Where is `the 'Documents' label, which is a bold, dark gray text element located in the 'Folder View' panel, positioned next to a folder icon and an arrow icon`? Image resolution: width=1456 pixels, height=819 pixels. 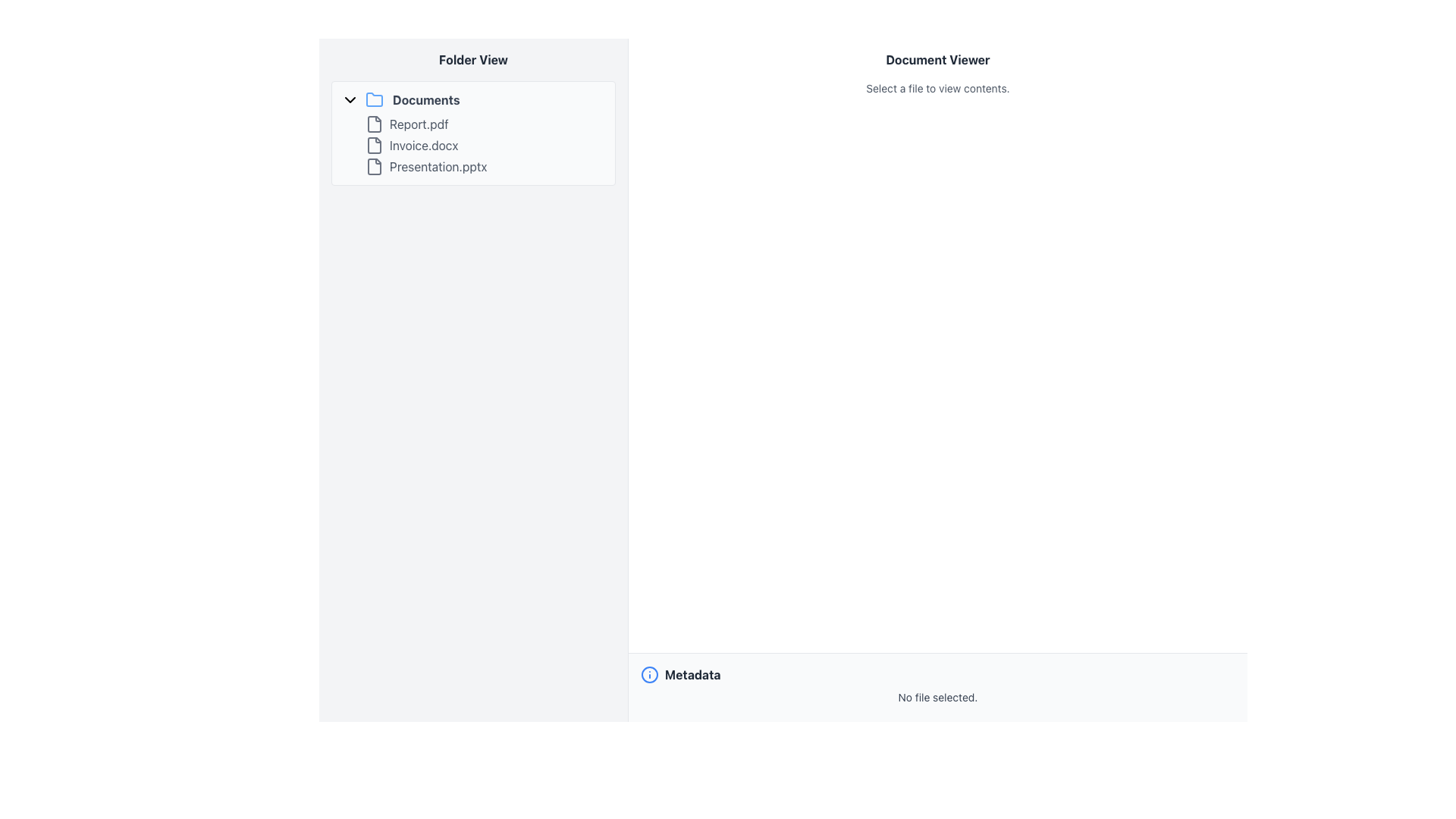
the 'Documents' label, which is a bold, dark gray text element located in the 'Folder View' panel, positioned next to a folder icon and an arrow icon is located at coordinates (425, 99).